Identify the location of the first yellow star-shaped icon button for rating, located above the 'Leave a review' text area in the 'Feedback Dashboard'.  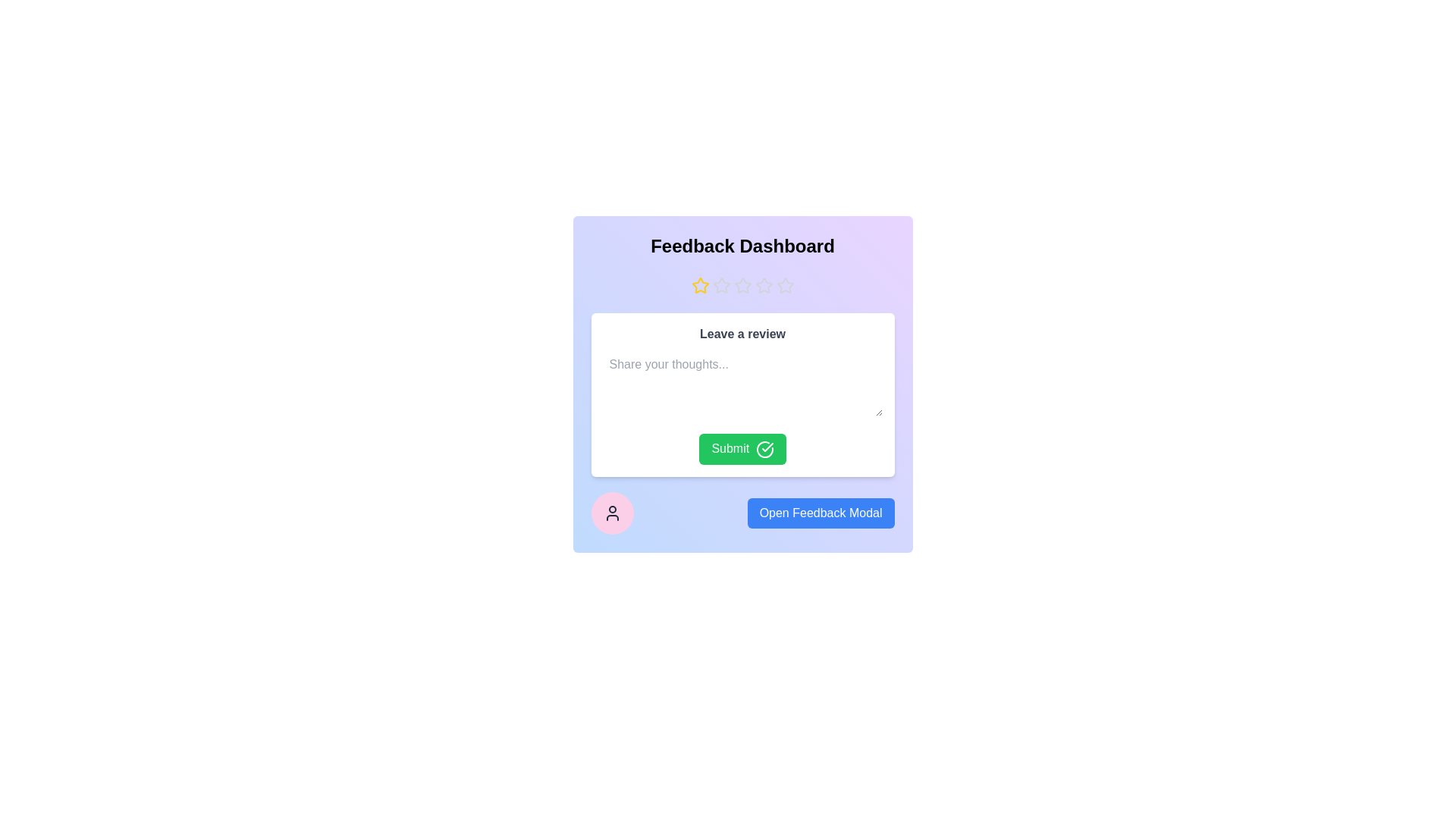
(699, 286).